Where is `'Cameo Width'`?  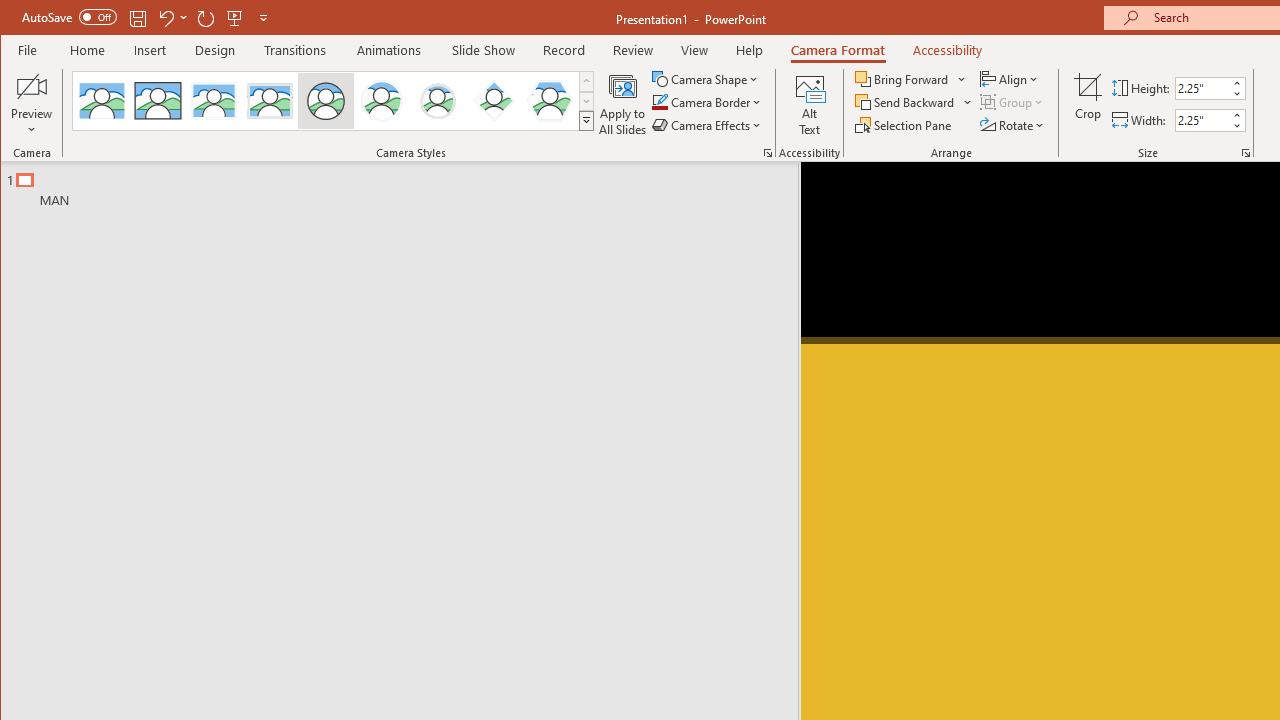
'Cameo Width' is located at coordinates (1200, 120).